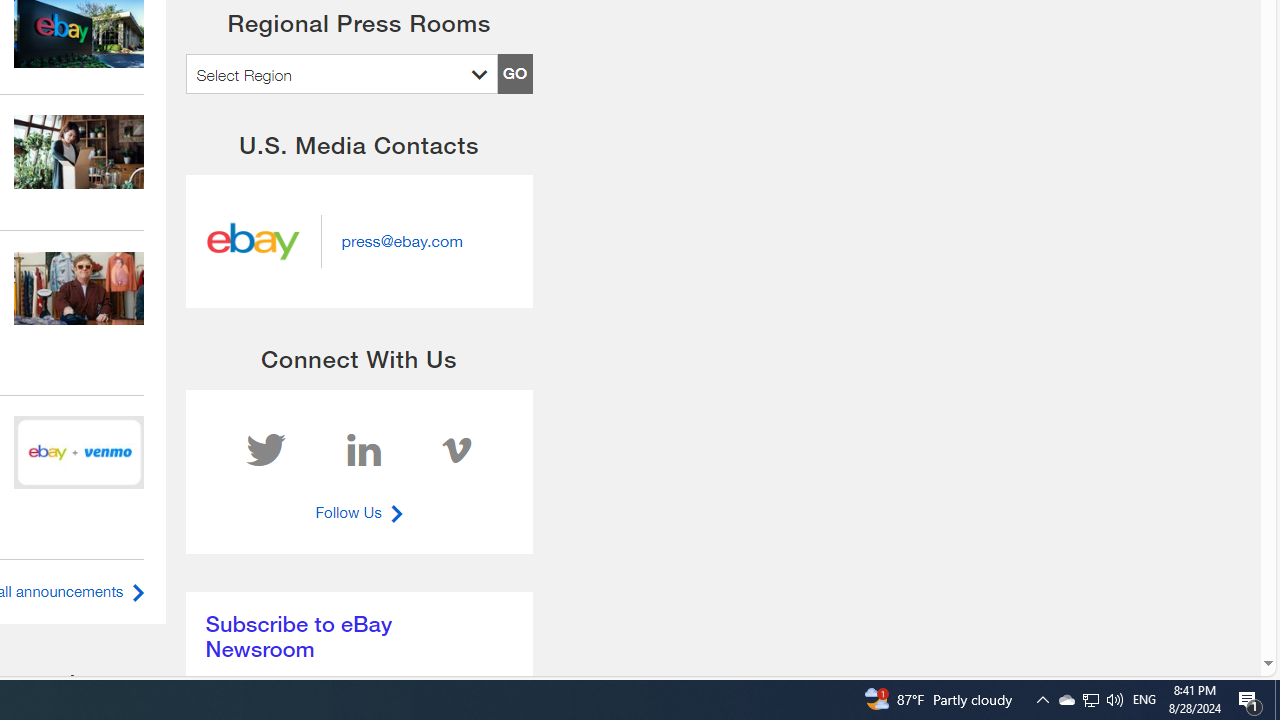 This screenshot has width=1280, height=720. Describe the element at coordinates (79, 288) in the screenshot. I see `'969302575'` at that location.